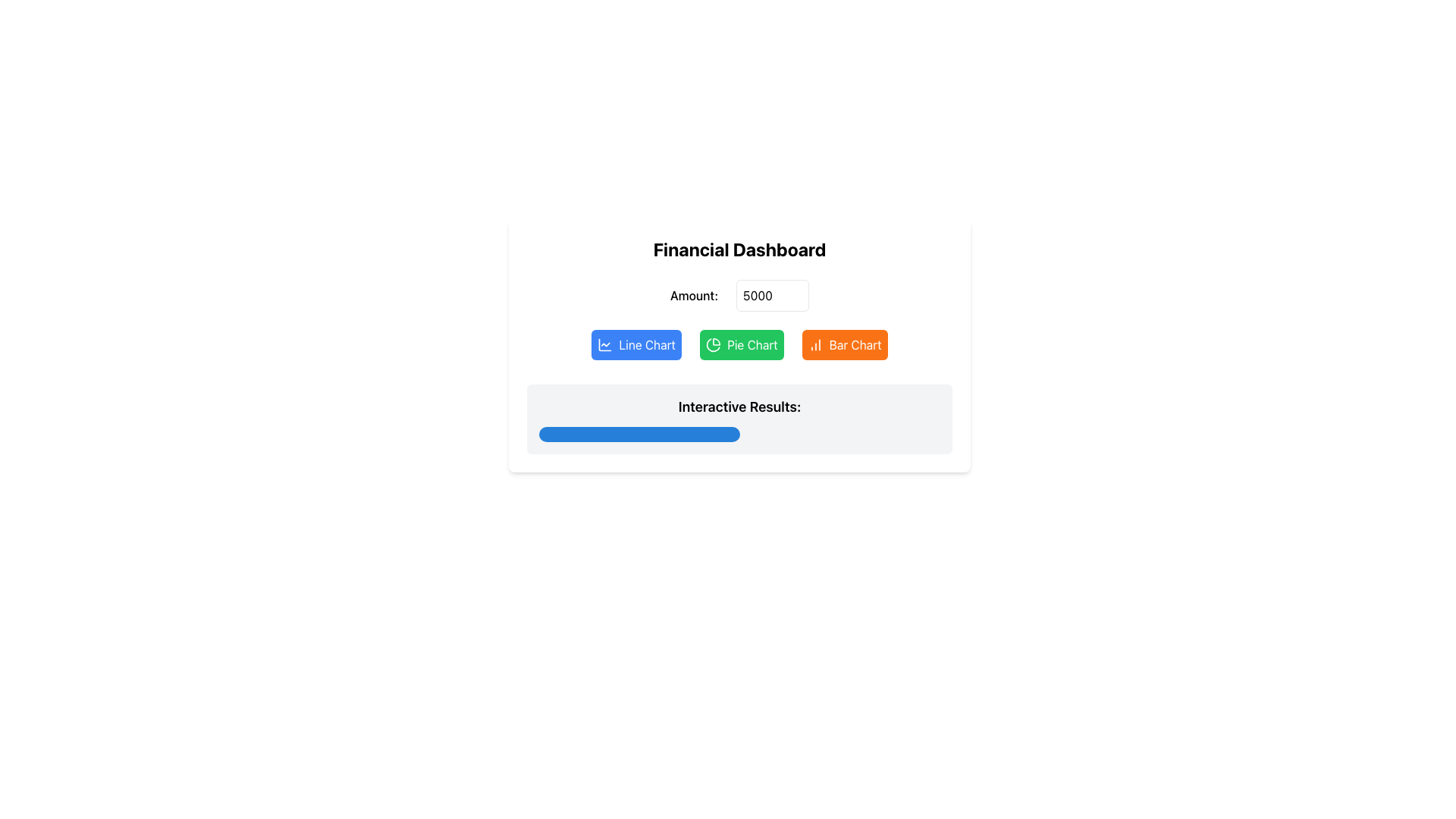  Describe the element at coordinates (843, 345) in the screenshot. I see `the button on the right side of the 'Pie Chart' button` at that location.